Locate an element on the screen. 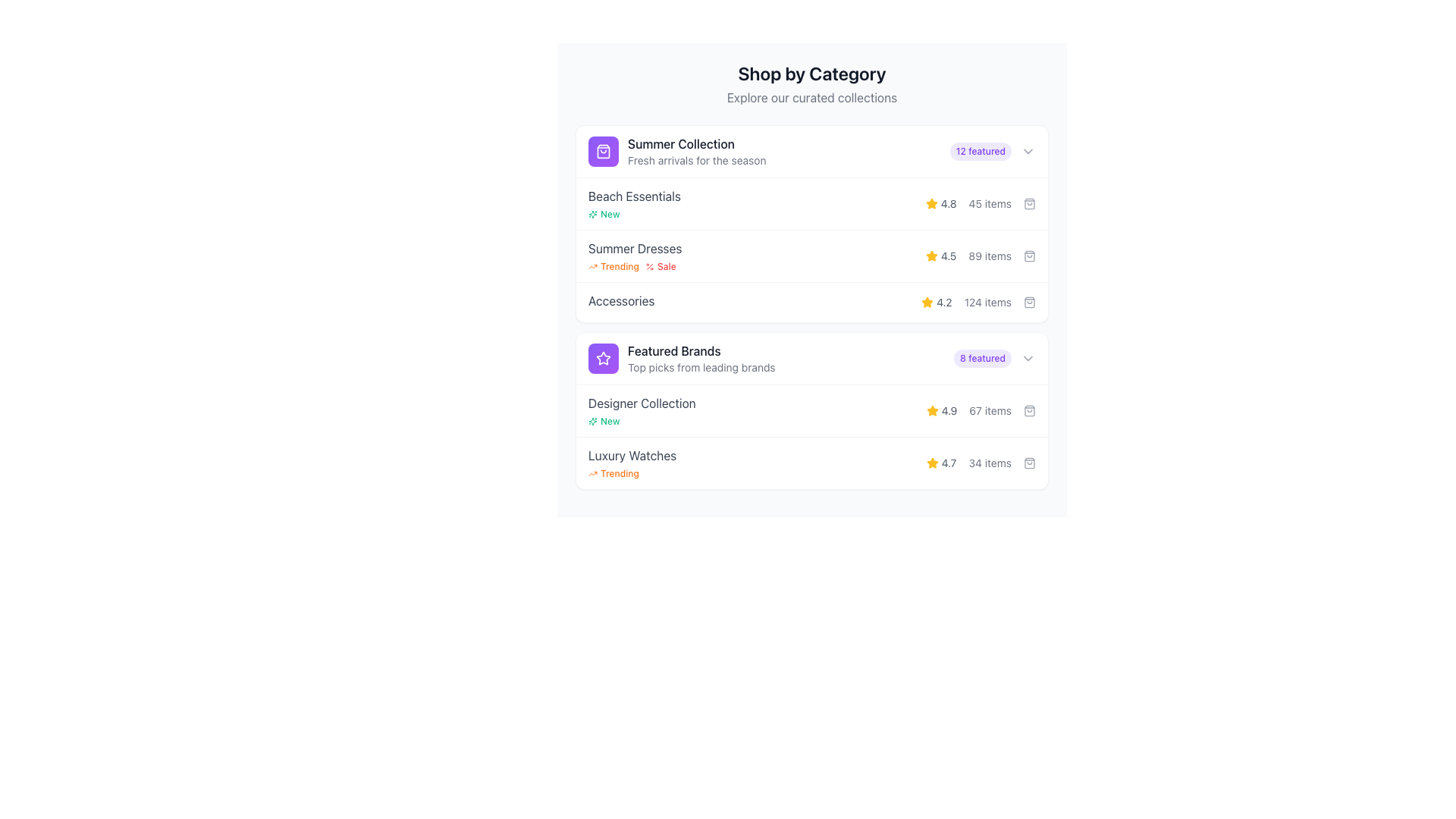 The height and width of the screenshot is (819, 1456). the 'Luxury Watches' list item under the 'Featured Brands' section is located at coordinates (811, 462).